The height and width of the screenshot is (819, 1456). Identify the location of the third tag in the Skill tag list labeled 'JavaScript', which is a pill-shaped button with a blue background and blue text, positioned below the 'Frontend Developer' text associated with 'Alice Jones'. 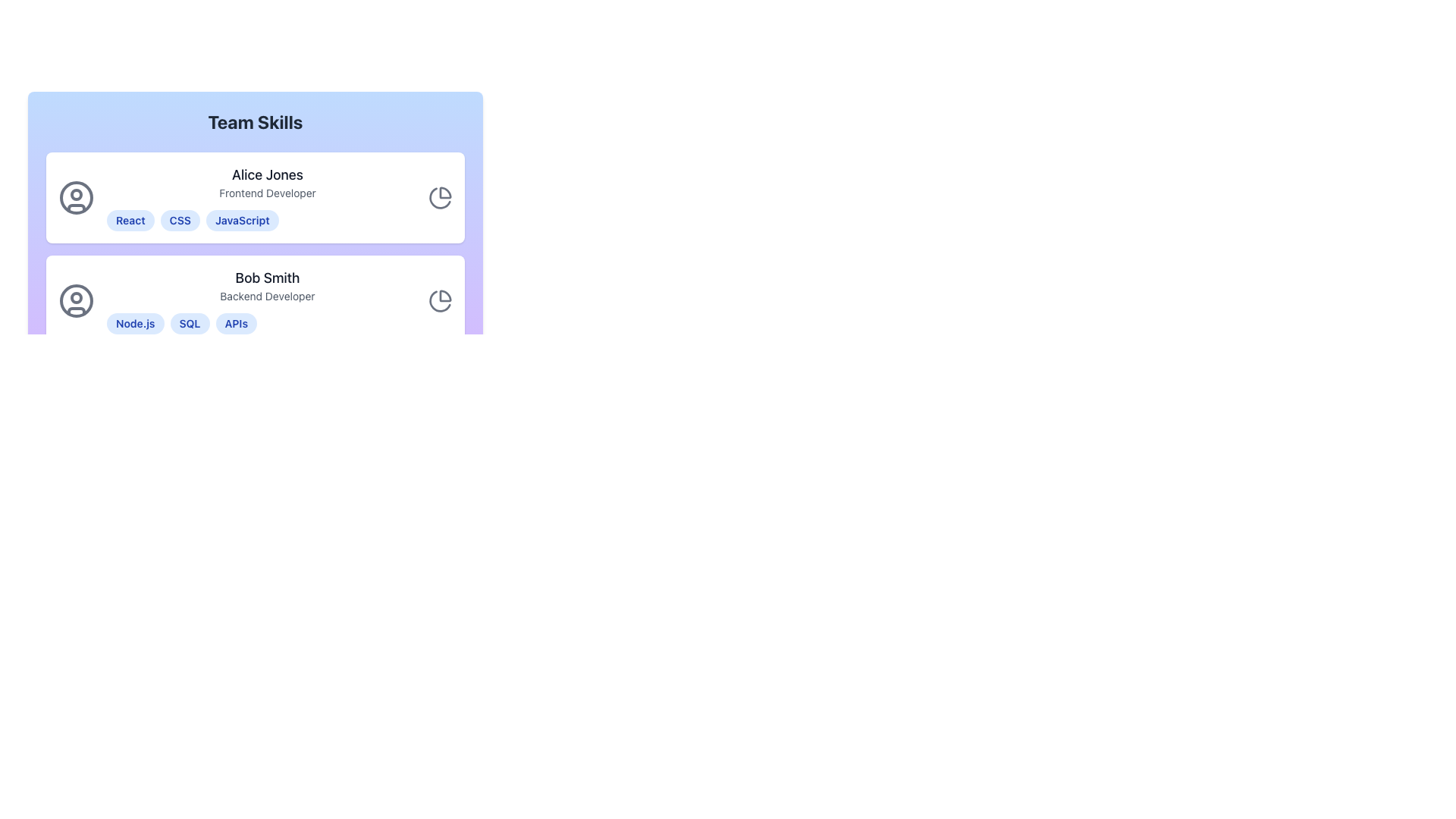
(268, 220).